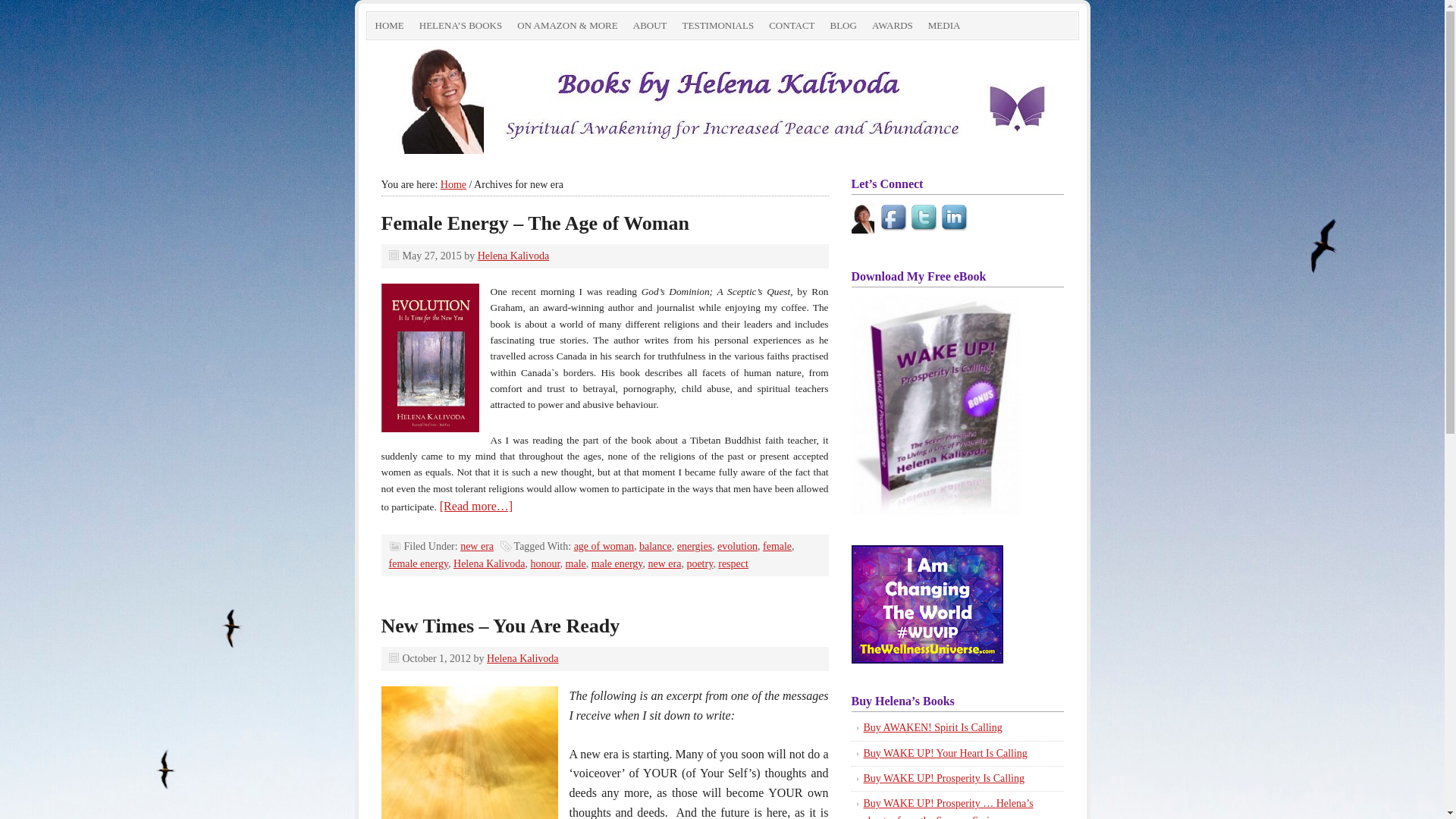  What do you see at coordinates (910, 218) in the screenshot?
I see `'twitter'` at bounding box center [910, 218].